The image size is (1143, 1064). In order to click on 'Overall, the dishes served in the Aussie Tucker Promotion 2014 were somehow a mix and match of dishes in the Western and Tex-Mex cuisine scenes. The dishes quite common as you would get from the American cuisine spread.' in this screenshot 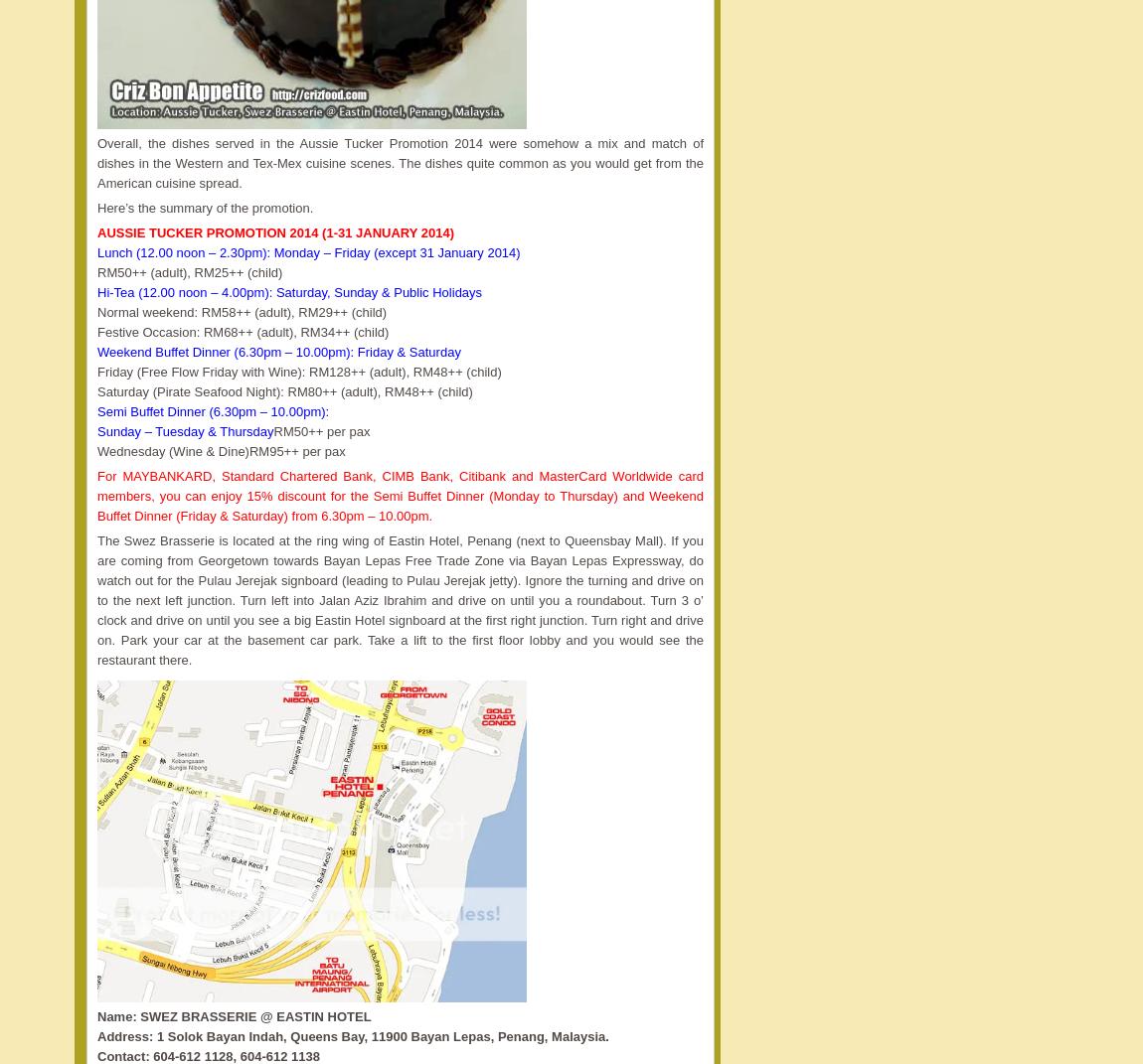, I will do `click(400, 162)`.